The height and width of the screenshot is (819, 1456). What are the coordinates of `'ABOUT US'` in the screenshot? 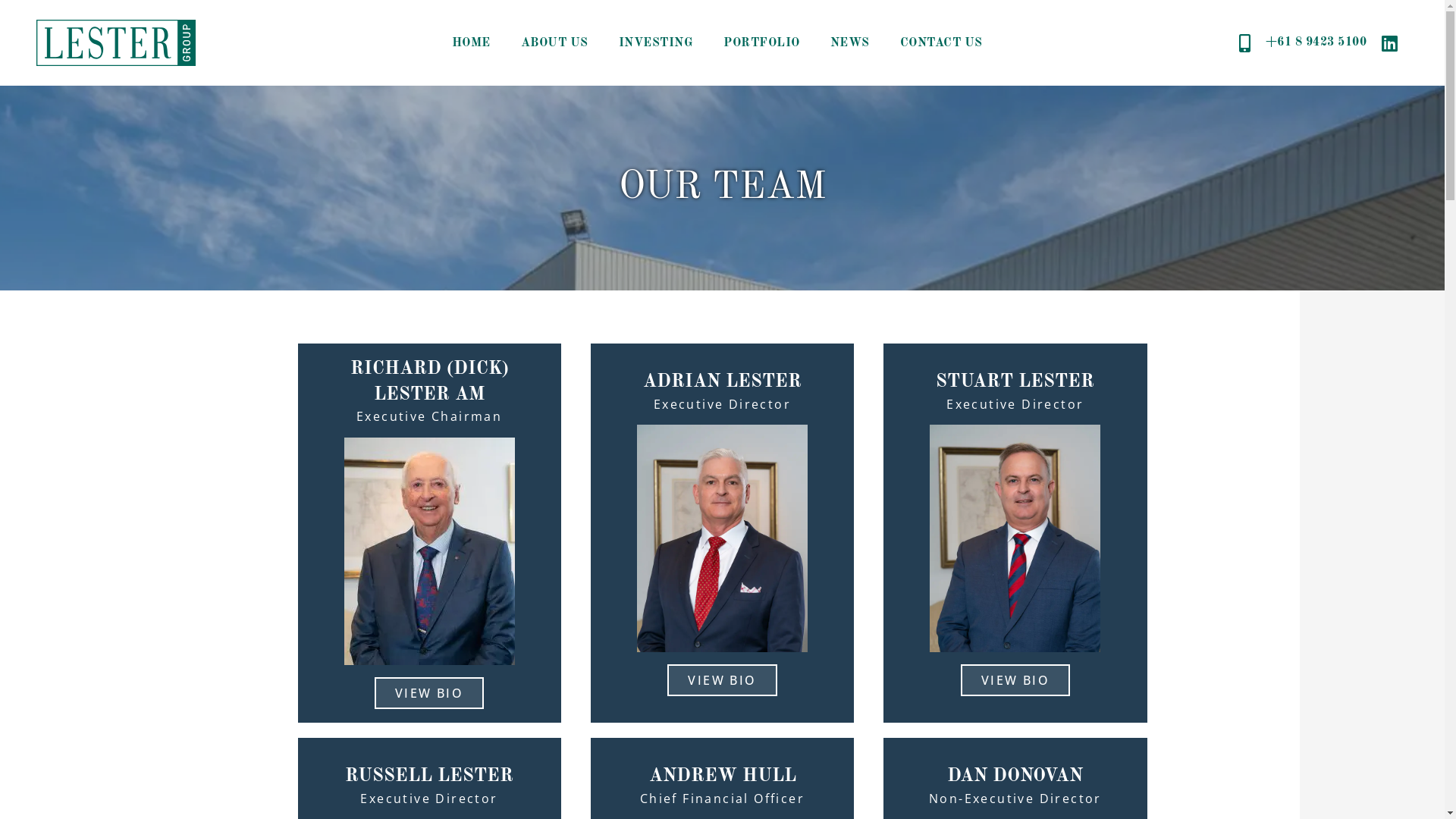 It's located at (506, 42).